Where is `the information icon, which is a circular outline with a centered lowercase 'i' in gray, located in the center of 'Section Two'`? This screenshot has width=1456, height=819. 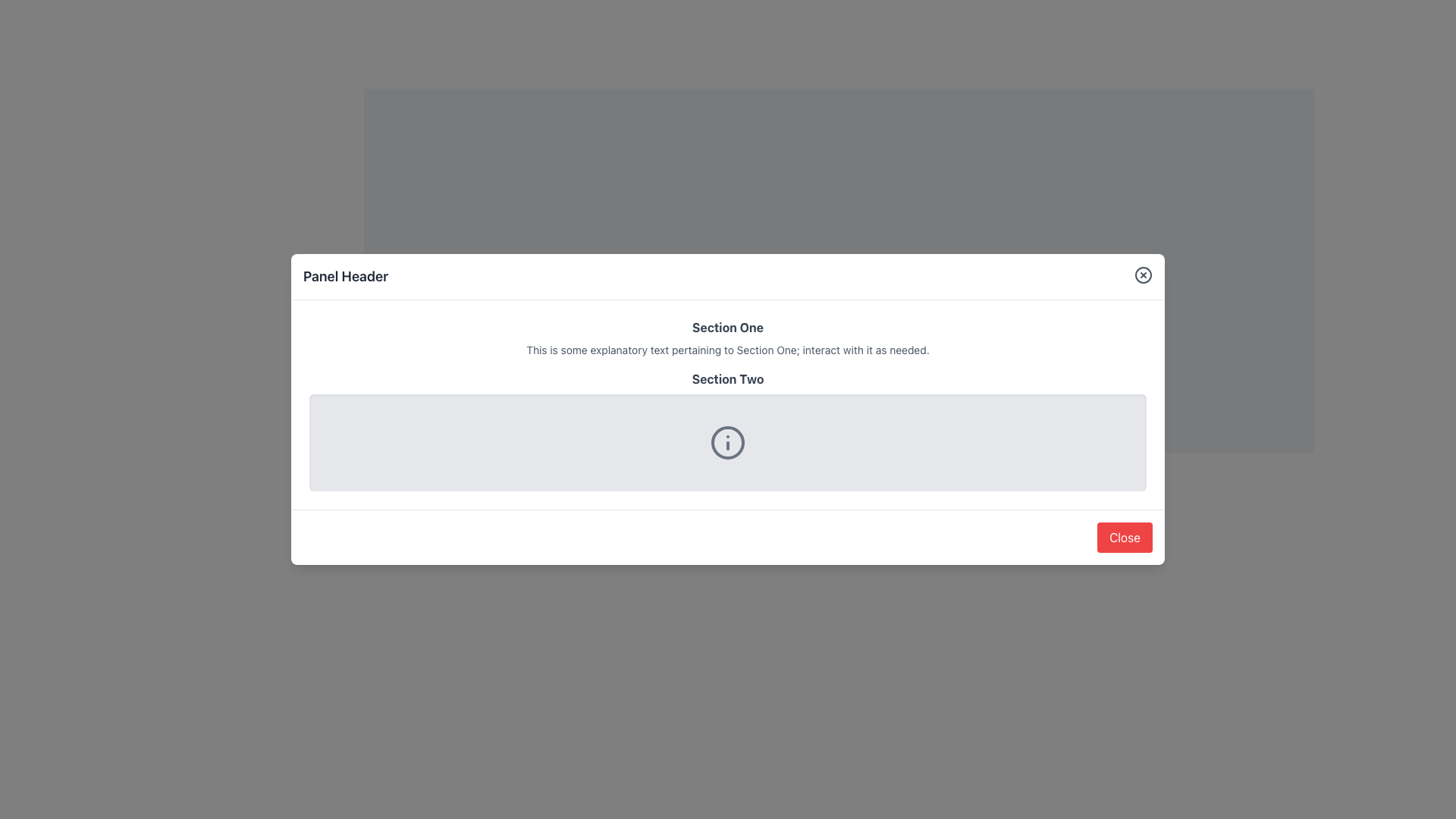
the information icon, which is a circular outline with a centered lowercase 'i' in gray, located in the center of 'Section Two' is located at coordinates (728, 442).